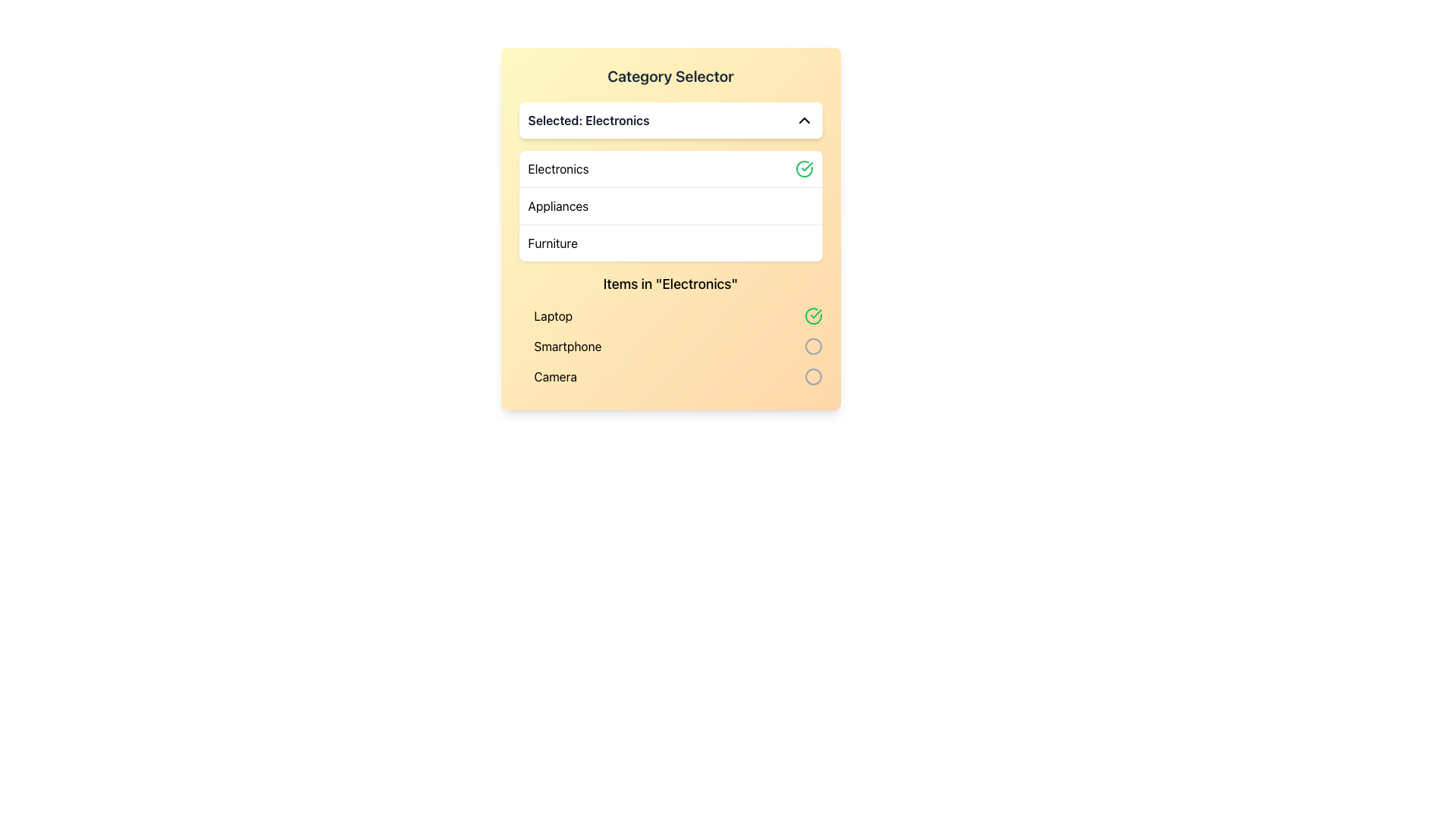 Image resolution: width=1456 pixels, height=819 pixels. Describe the element at coordinates (566, 346) in the screenshot. I see `the text label displaying 'Smartphone', which is the second item in the electronics list, located below 'Laptop' and above 'Camera'` at that location.